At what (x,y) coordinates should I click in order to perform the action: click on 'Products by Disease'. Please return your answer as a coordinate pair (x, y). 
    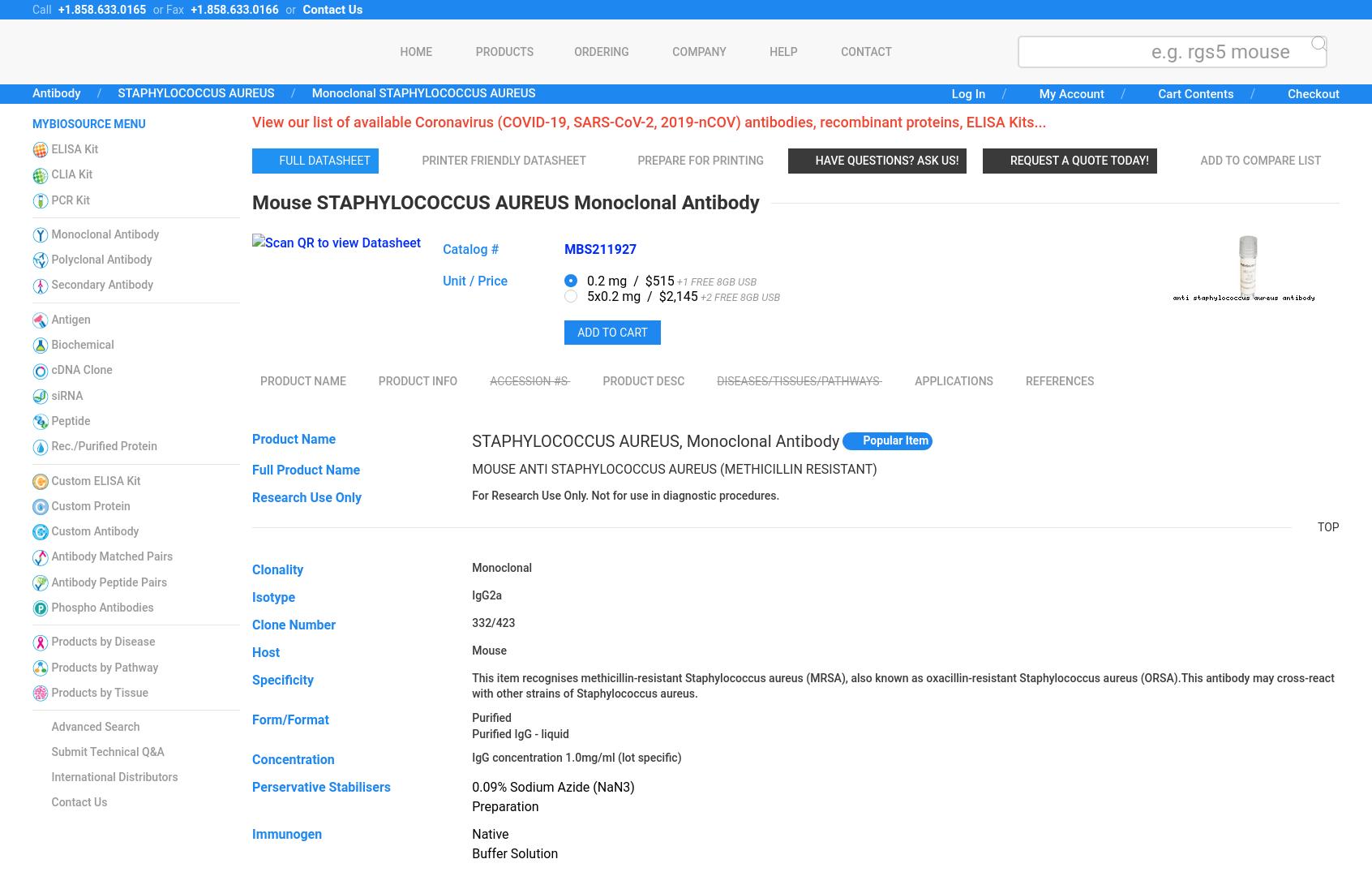
    Looking at the image, I should click on (103, 640).